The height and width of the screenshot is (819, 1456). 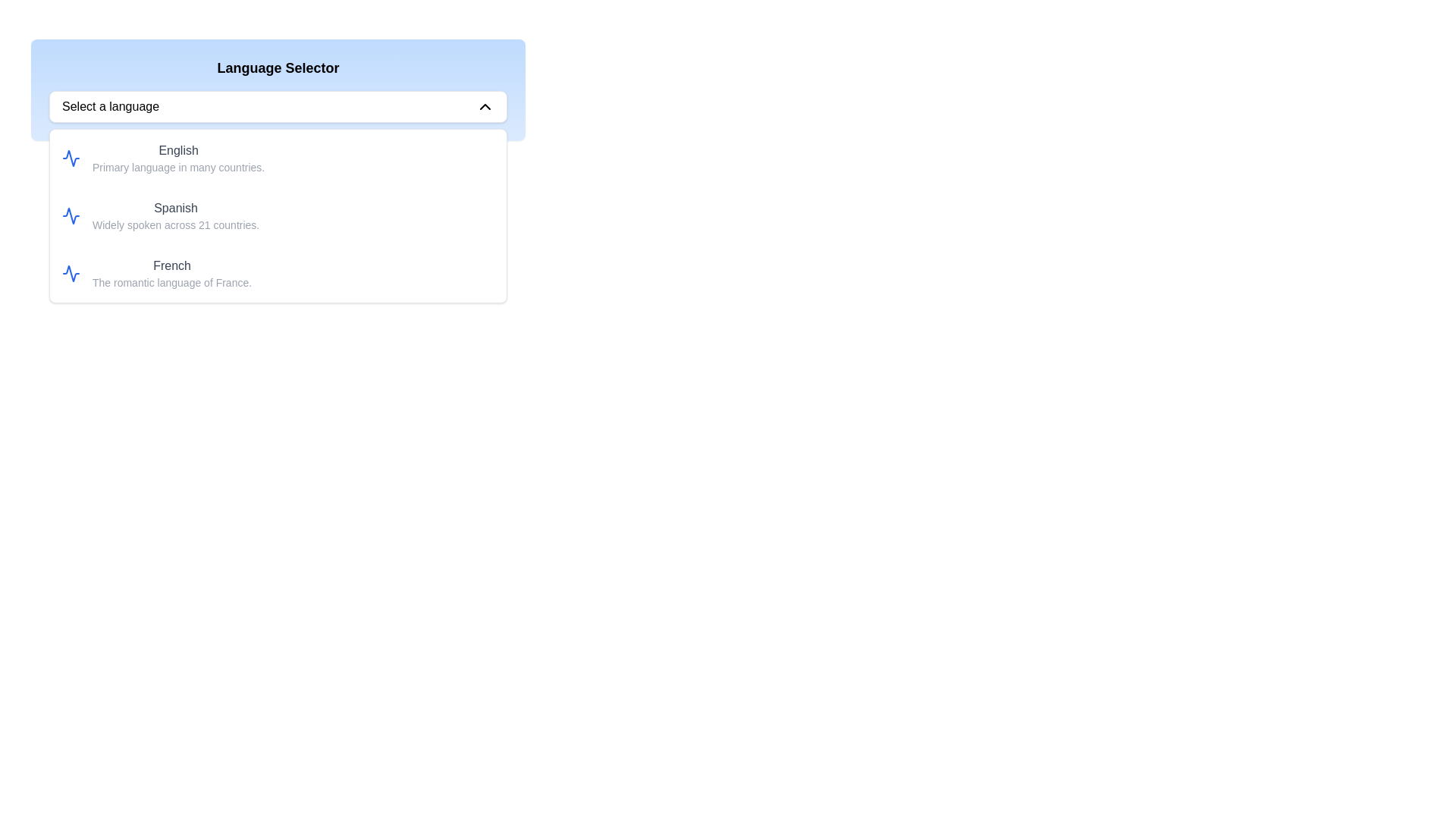 I want to click on the text label providing descriptive information about the 'English' option, located directly beneath the 'English' text in the Language Selector dropdown, so click(x=178, y=167).